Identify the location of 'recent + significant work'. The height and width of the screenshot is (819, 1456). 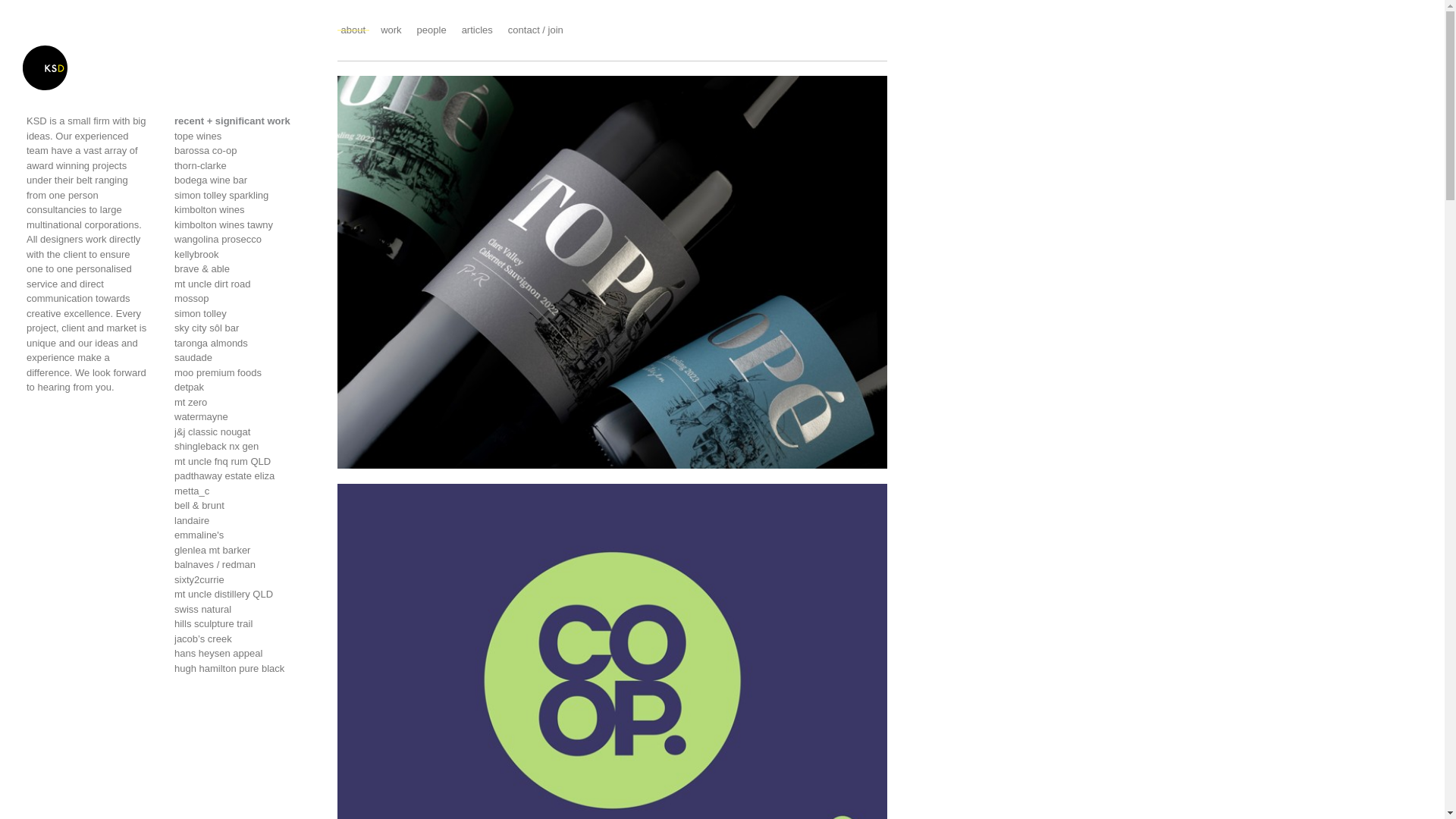
(174, 120).